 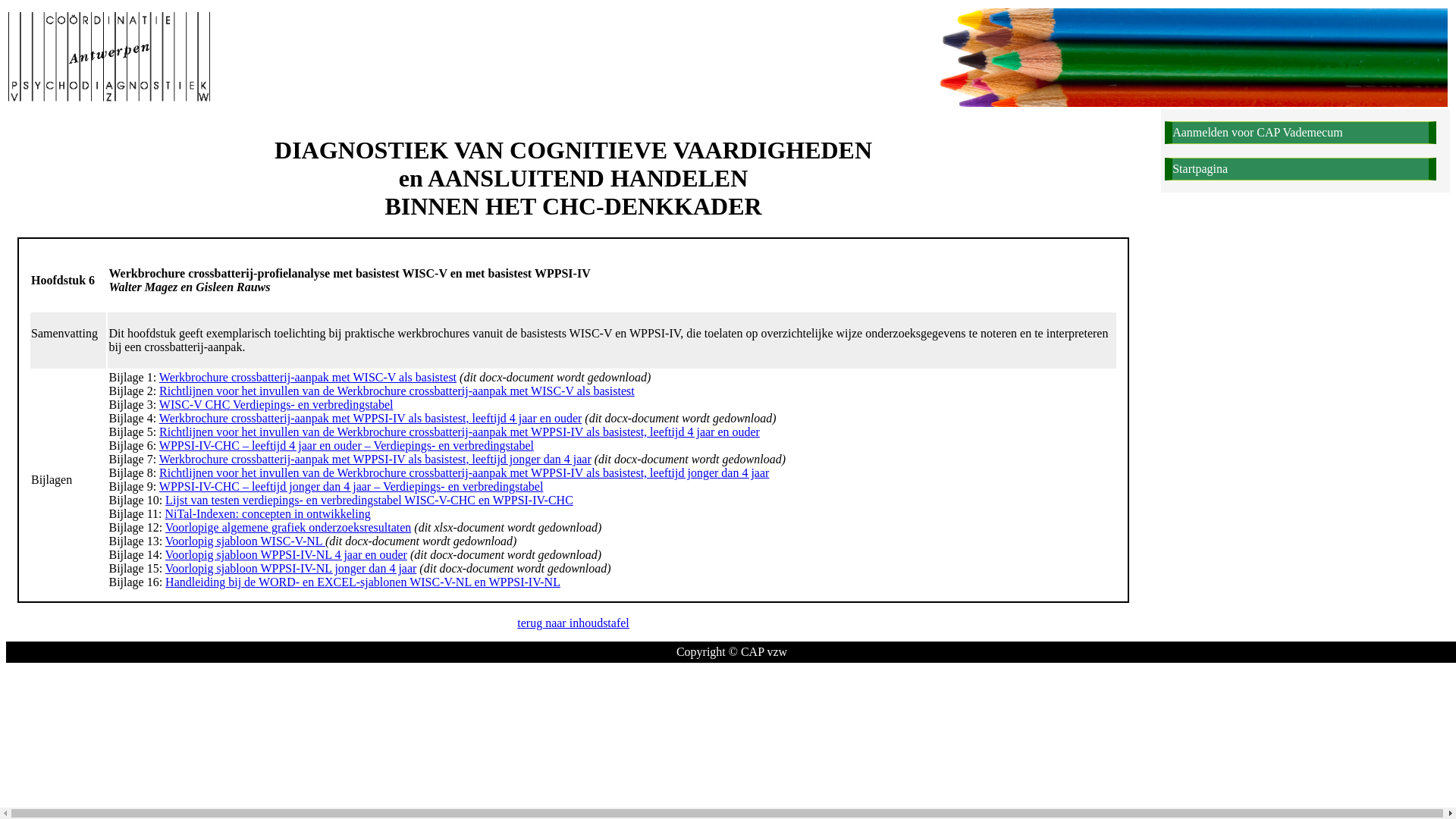 What do you see at coordinates (1164, 169) in the screenshot?
I see `'Startpagina'` at bounding box center [1164, 169].